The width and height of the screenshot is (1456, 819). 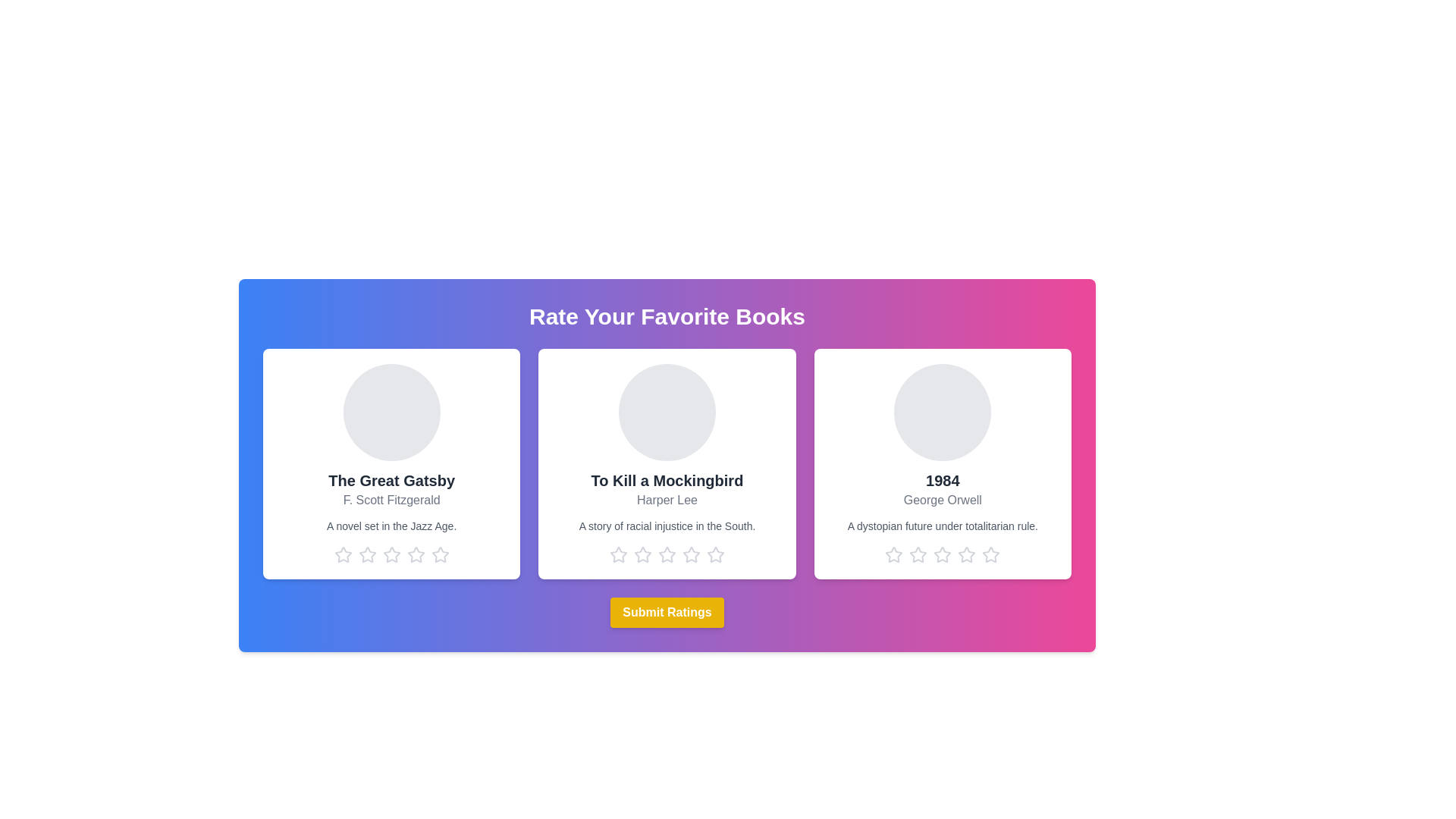 What do you see at coordinates (918, 555) in the screenshot?
I see `the star corresponding to the rating 2 for the book titled 1984` at bounding box center [918, 555].